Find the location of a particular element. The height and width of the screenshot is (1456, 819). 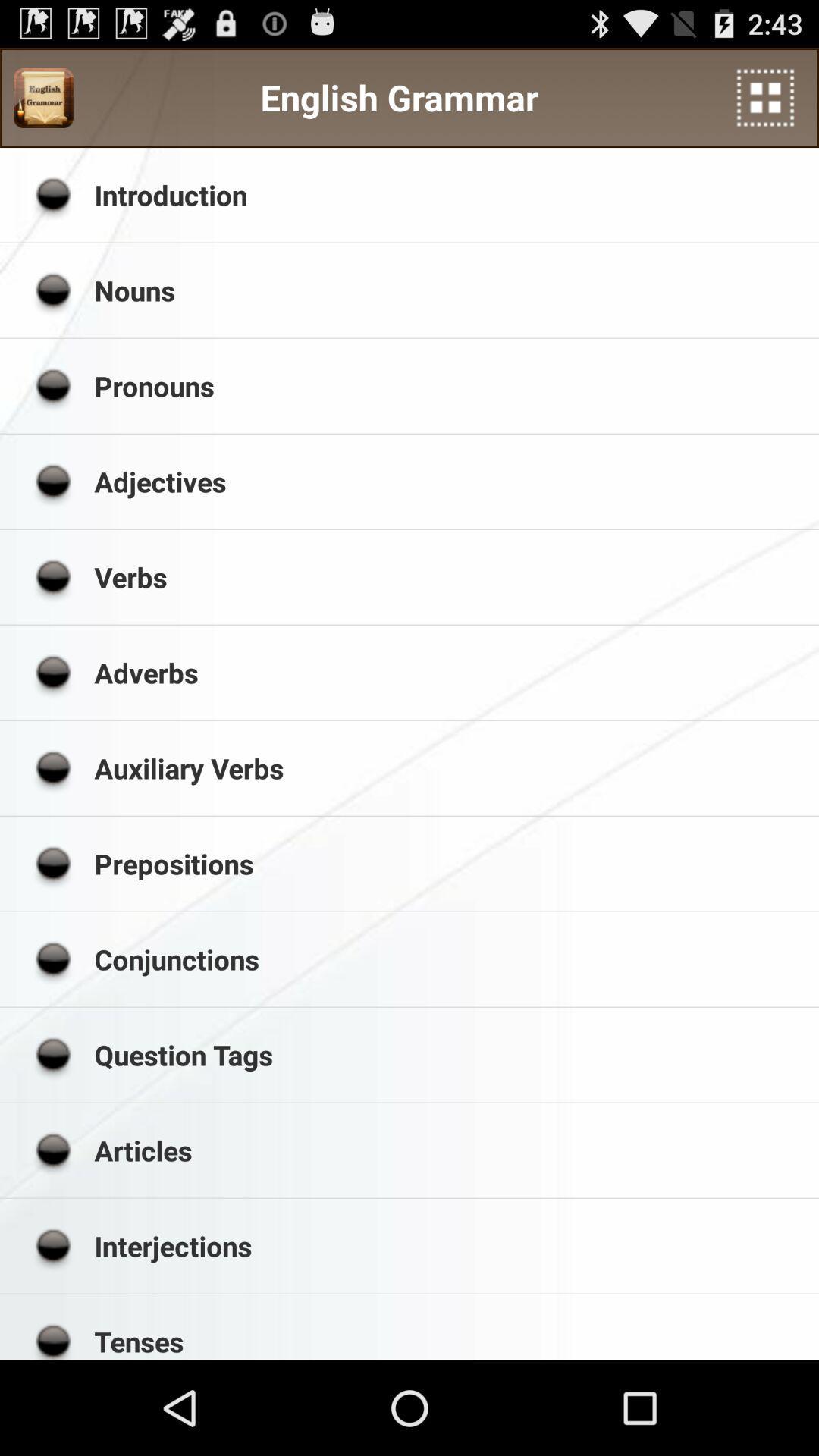

open menu is located at coordinates (765, 97).